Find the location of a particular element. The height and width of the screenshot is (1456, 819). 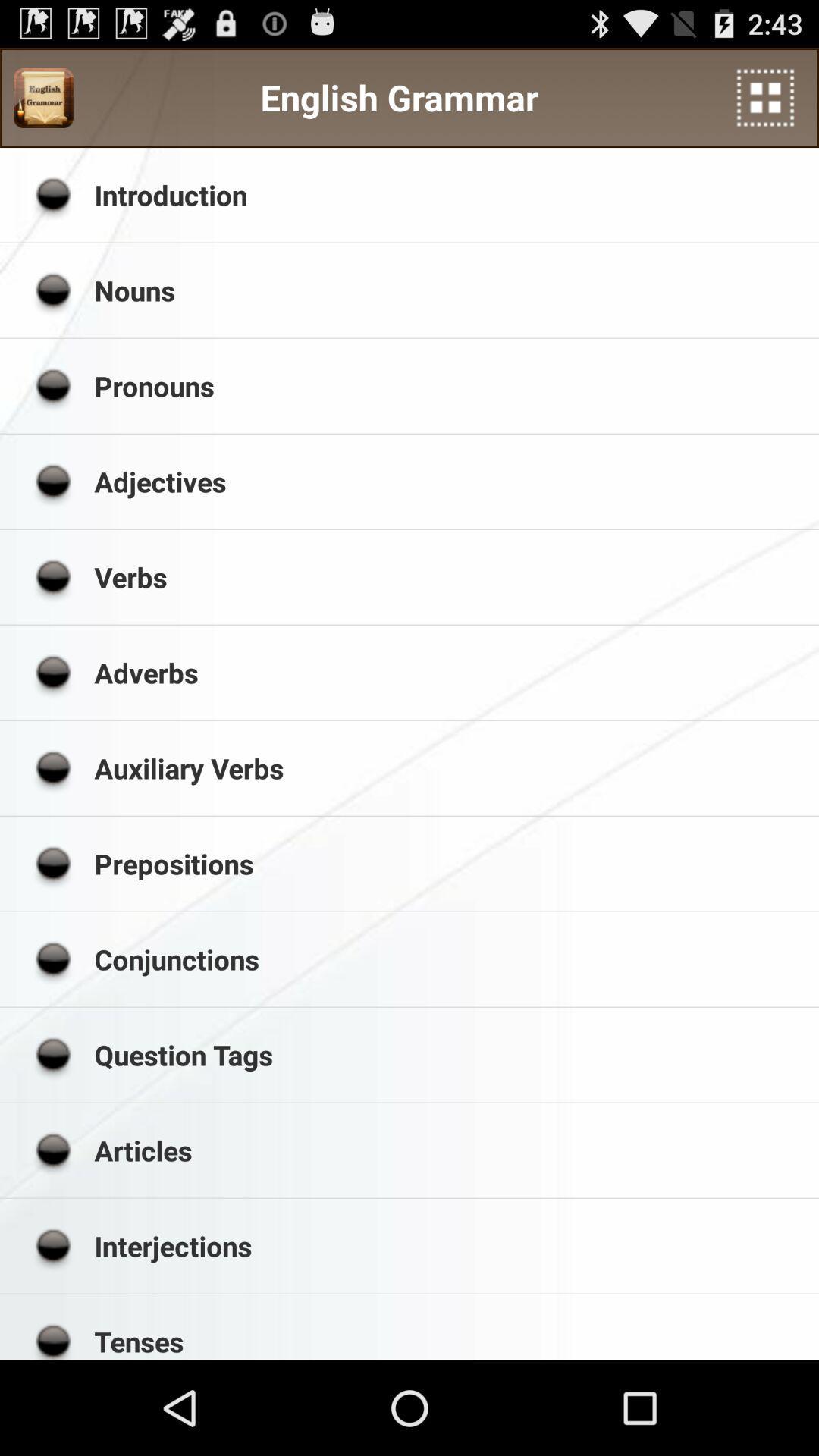

open menu is located at coordinates (765, 97).